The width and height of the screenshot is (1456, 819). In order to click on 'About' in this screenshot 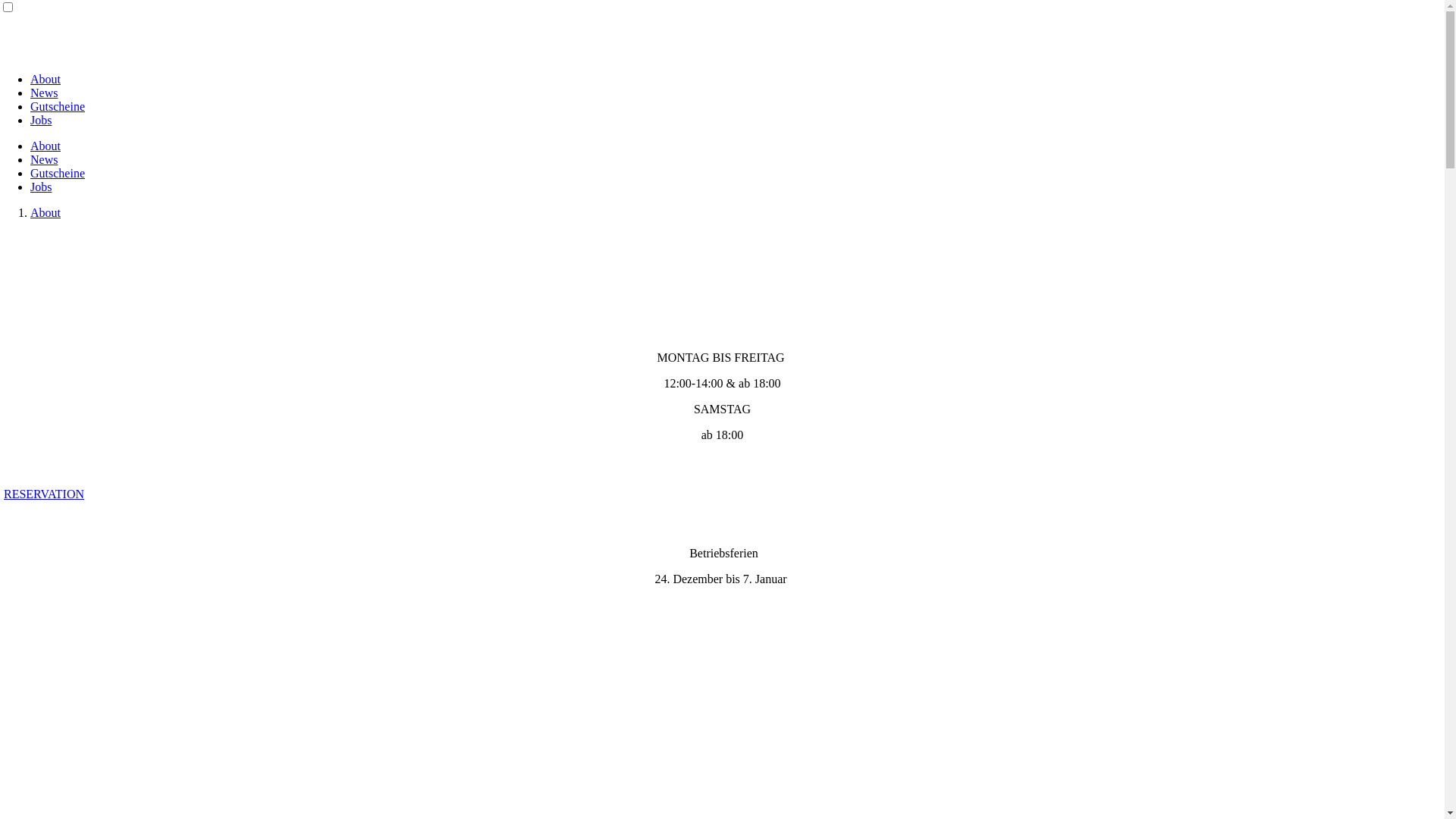, I will do `click(45, 79)`.